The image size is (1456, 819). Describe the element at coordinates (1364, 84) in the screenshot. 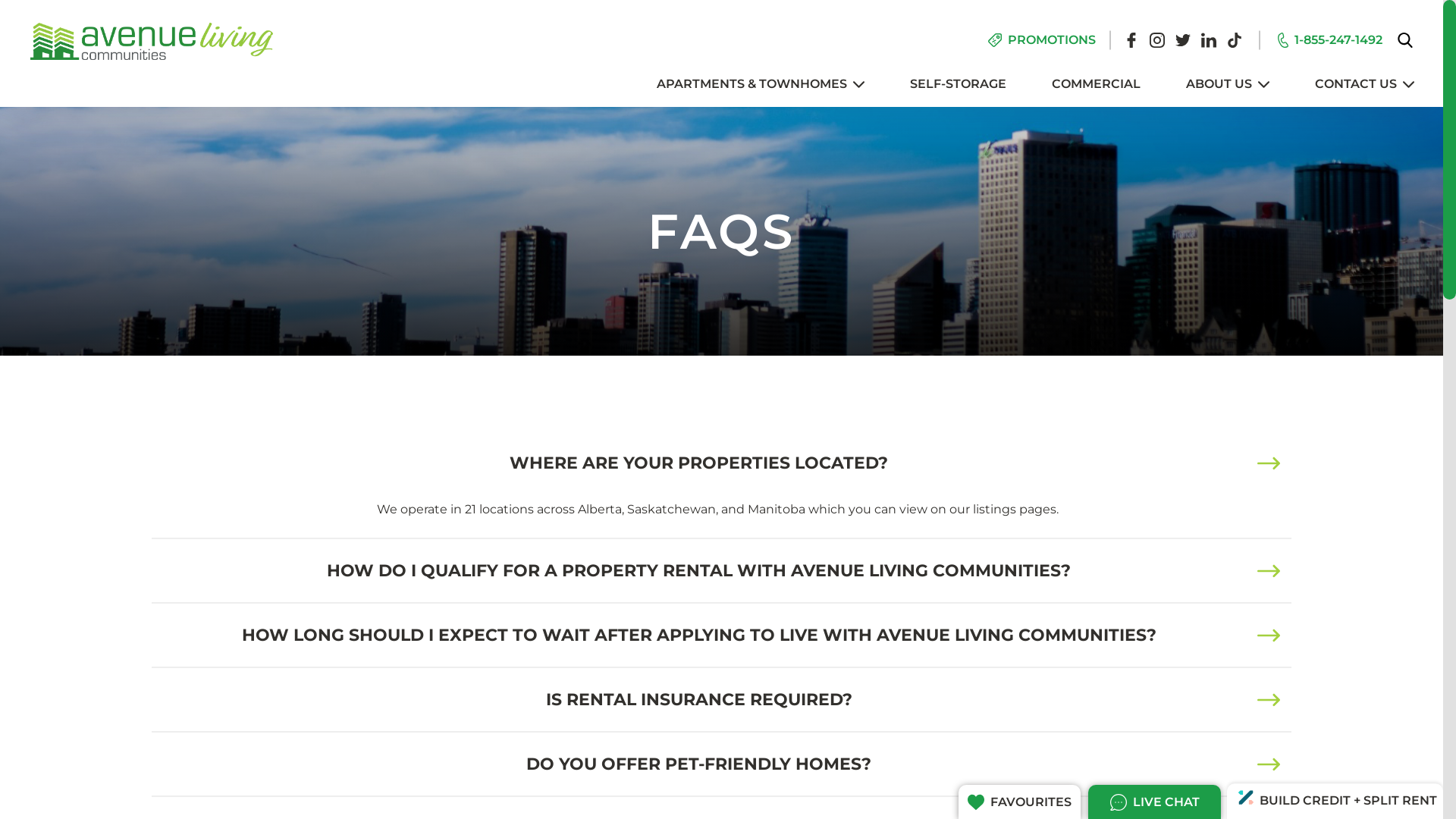

I see `'CONTACT US'` at that location.